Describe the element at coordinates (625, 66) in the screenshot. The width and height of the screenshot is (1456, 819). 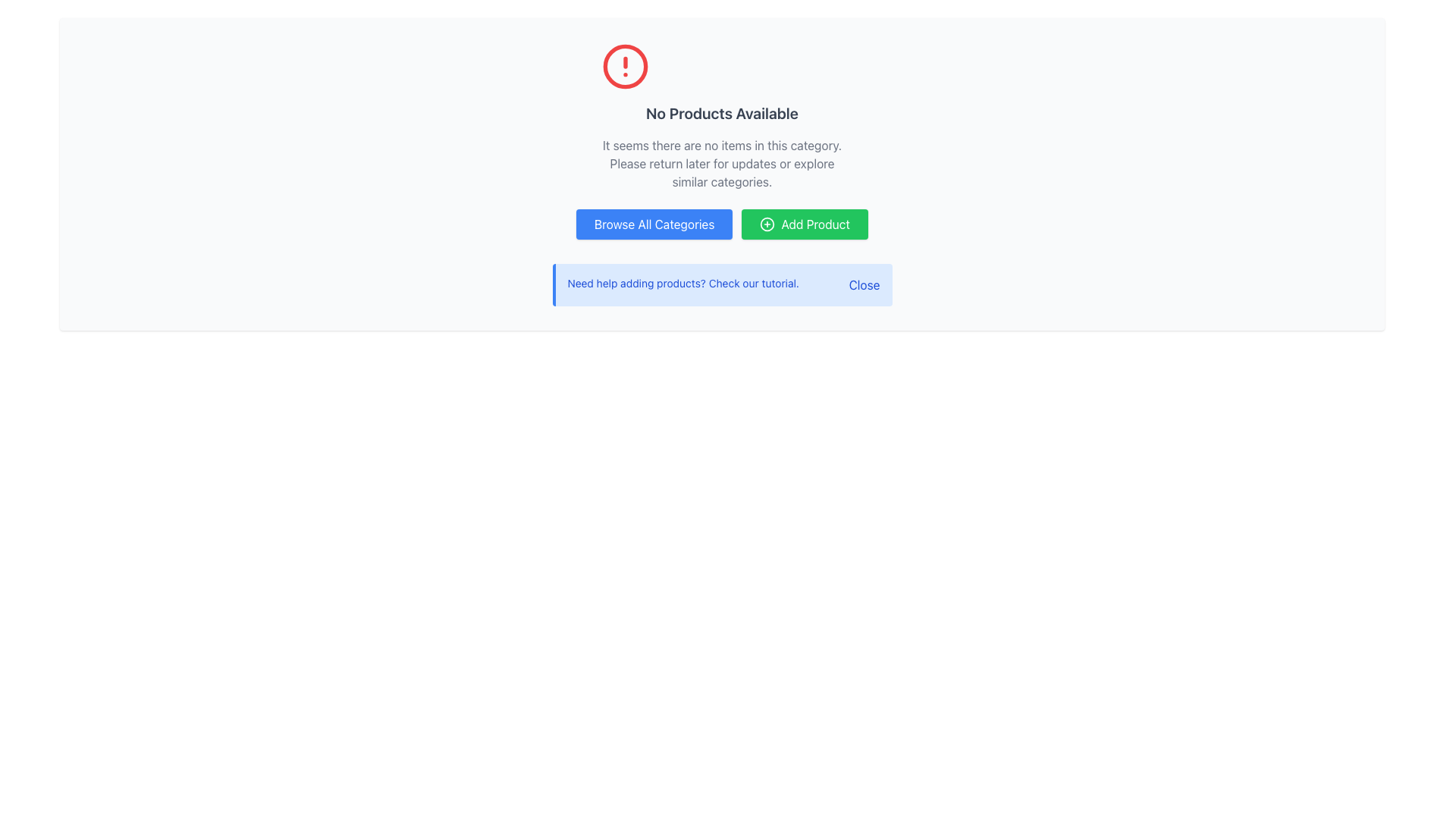
I see `the icon that serves as a visual indicator for unavailability, located above the 'No Products Available' message` at that location.